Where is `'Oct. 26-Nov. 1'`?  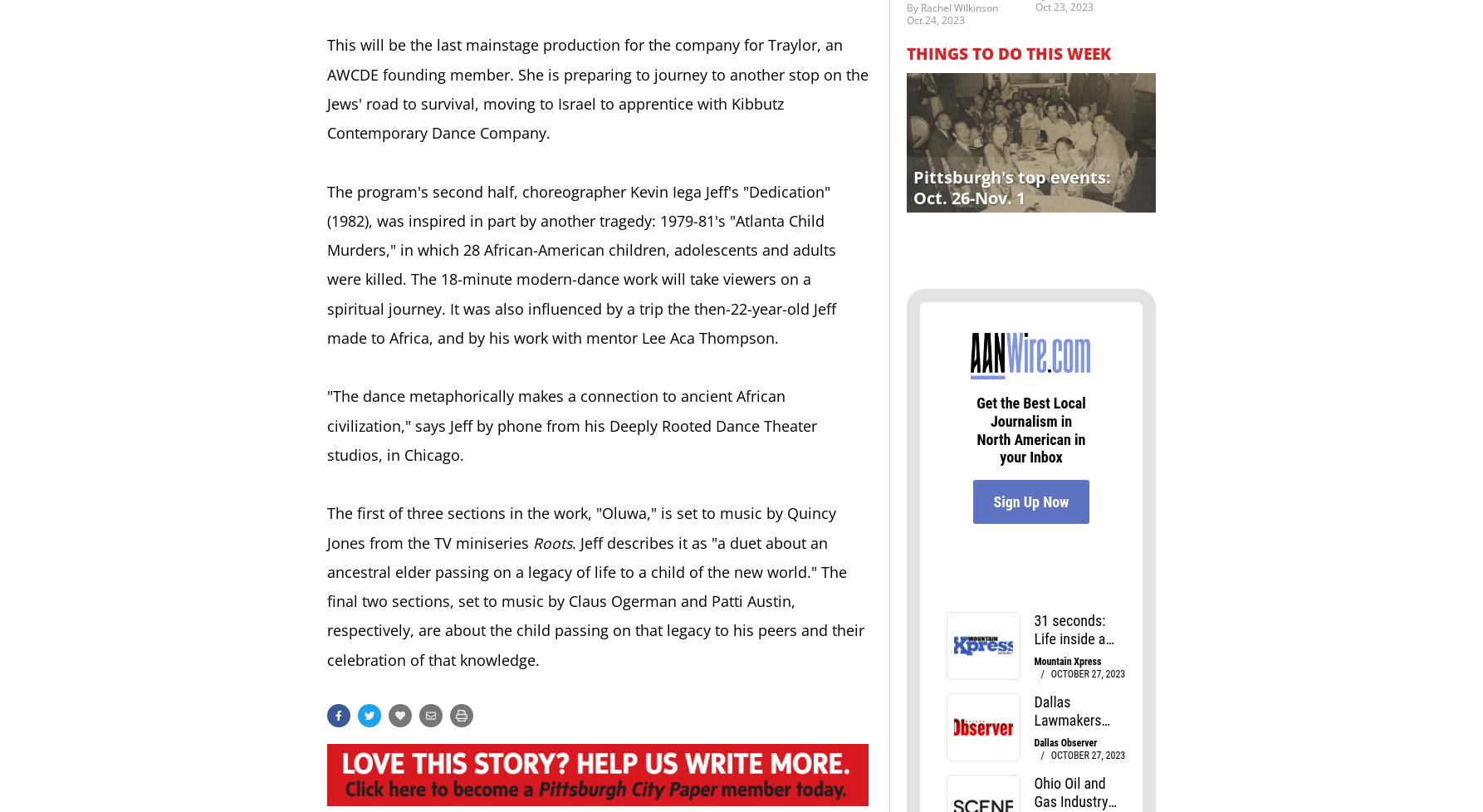 'Oct. 26-Nov. 1' is located at coordinates (912, 197).